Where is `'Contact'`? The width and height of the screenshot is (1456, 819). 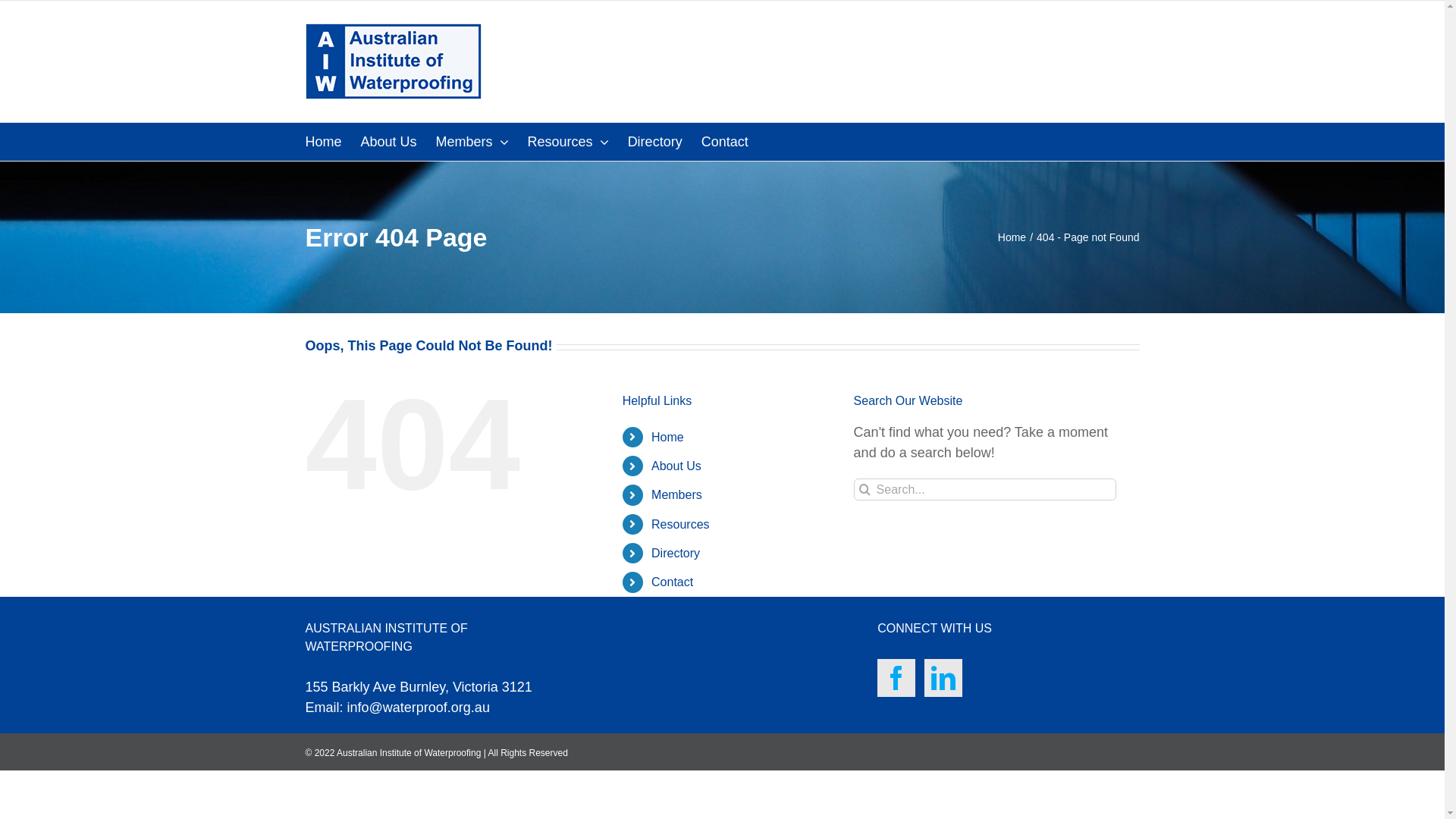
'Contact' is located at coordinates (701, 141).